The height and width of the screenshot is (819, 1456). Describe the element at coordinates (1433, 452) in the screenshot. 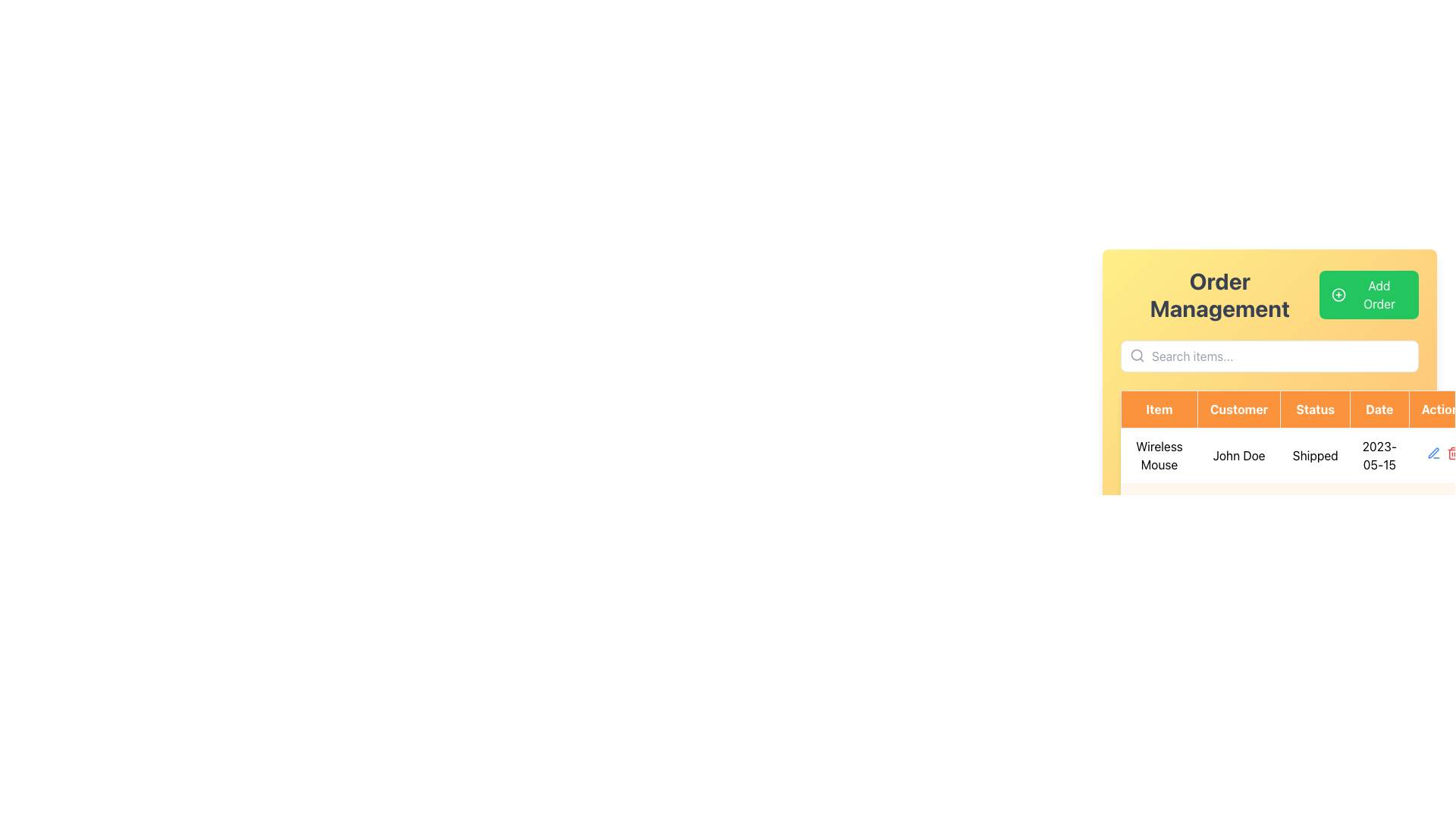

I see `the blue pen icon button located in the 'Actions' column of the first row of the data table` at that location.